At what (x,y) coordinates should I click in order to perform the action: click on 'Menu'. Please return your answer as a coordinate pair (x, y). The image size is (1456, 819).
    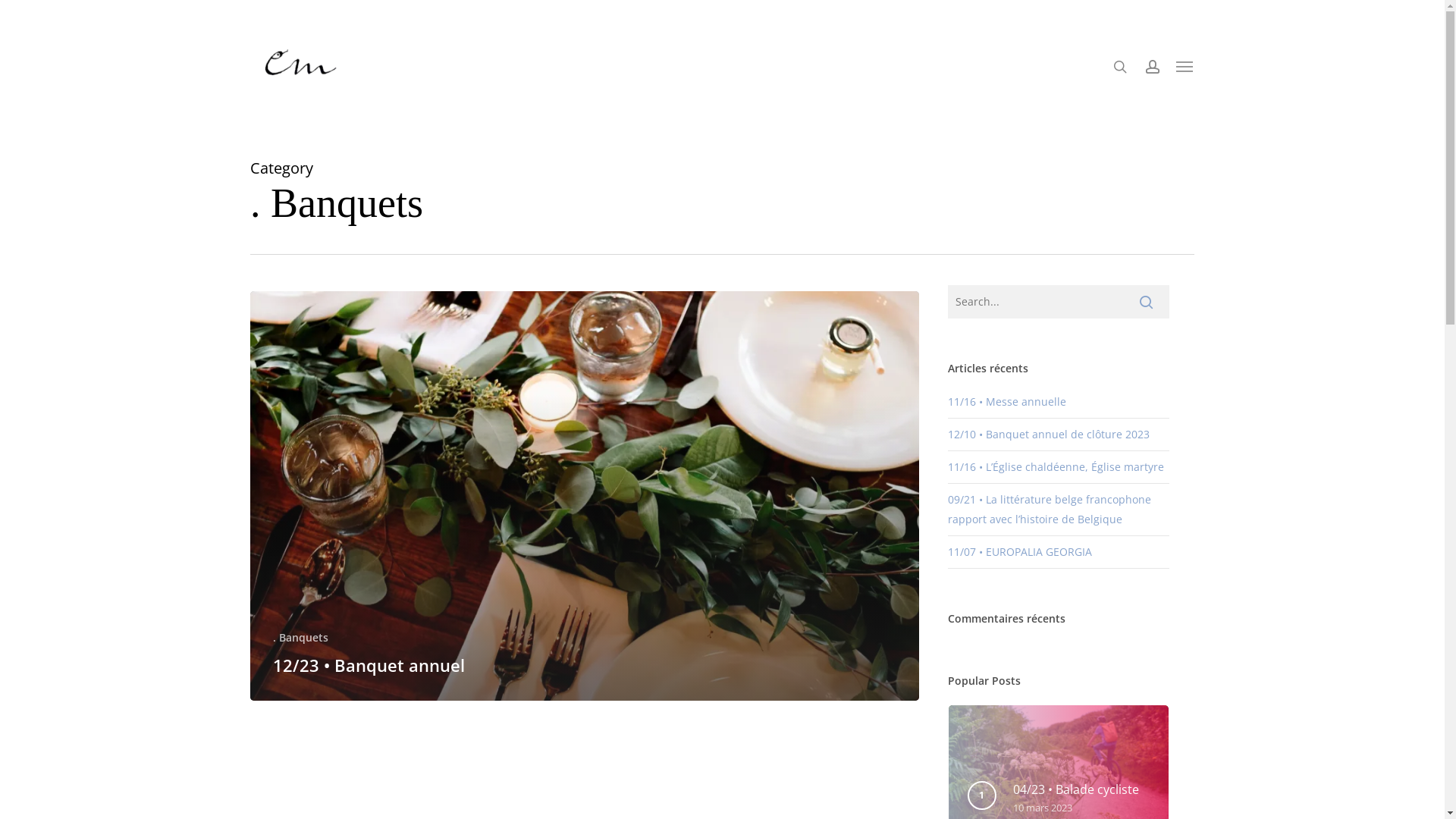
    Looking at the image, I should click on (1185, 66).